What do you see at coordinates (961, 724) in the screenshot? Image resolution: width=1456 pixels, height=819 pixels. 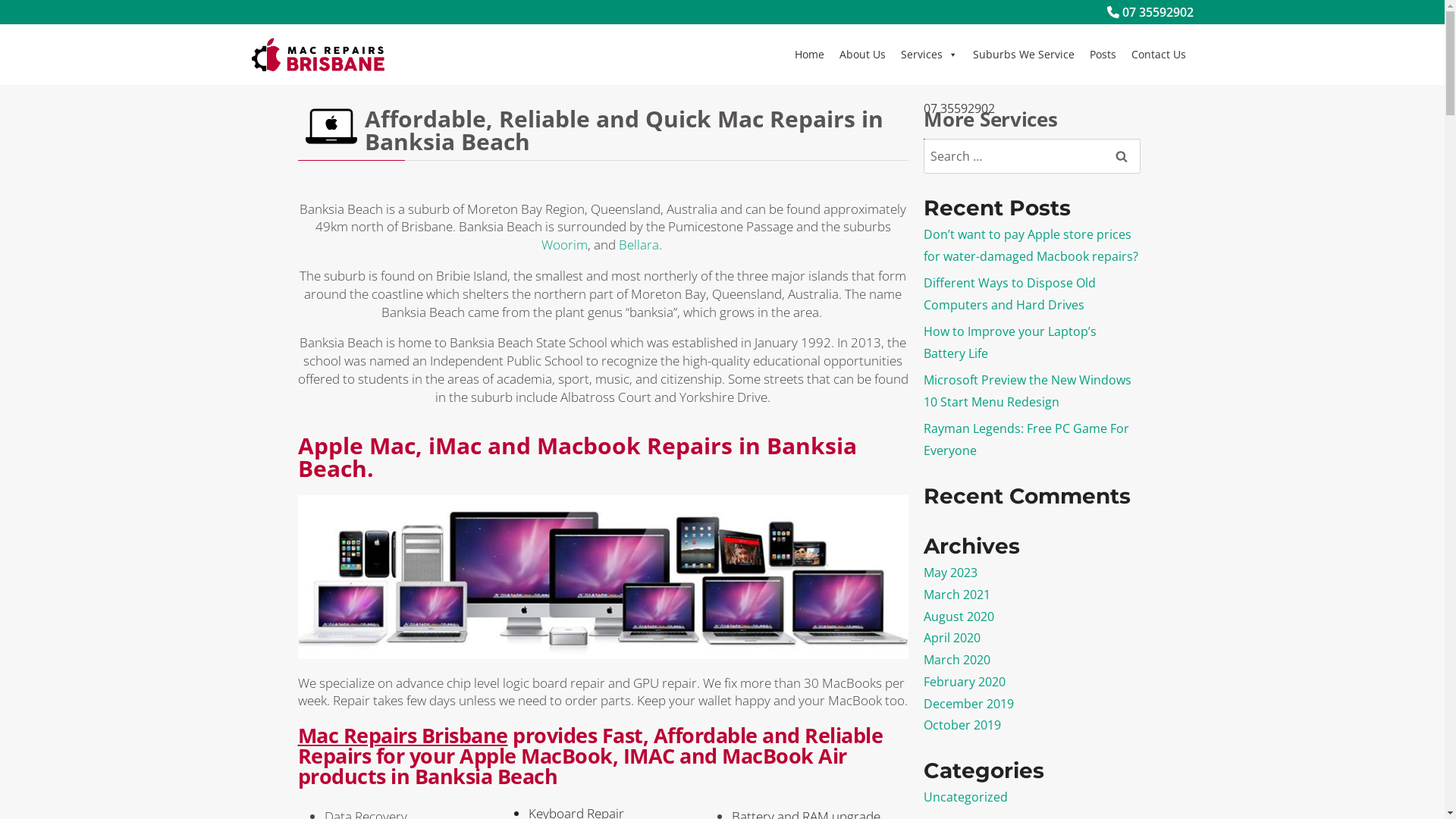 I see `'October 2019'` at bounding box center [961, 724].